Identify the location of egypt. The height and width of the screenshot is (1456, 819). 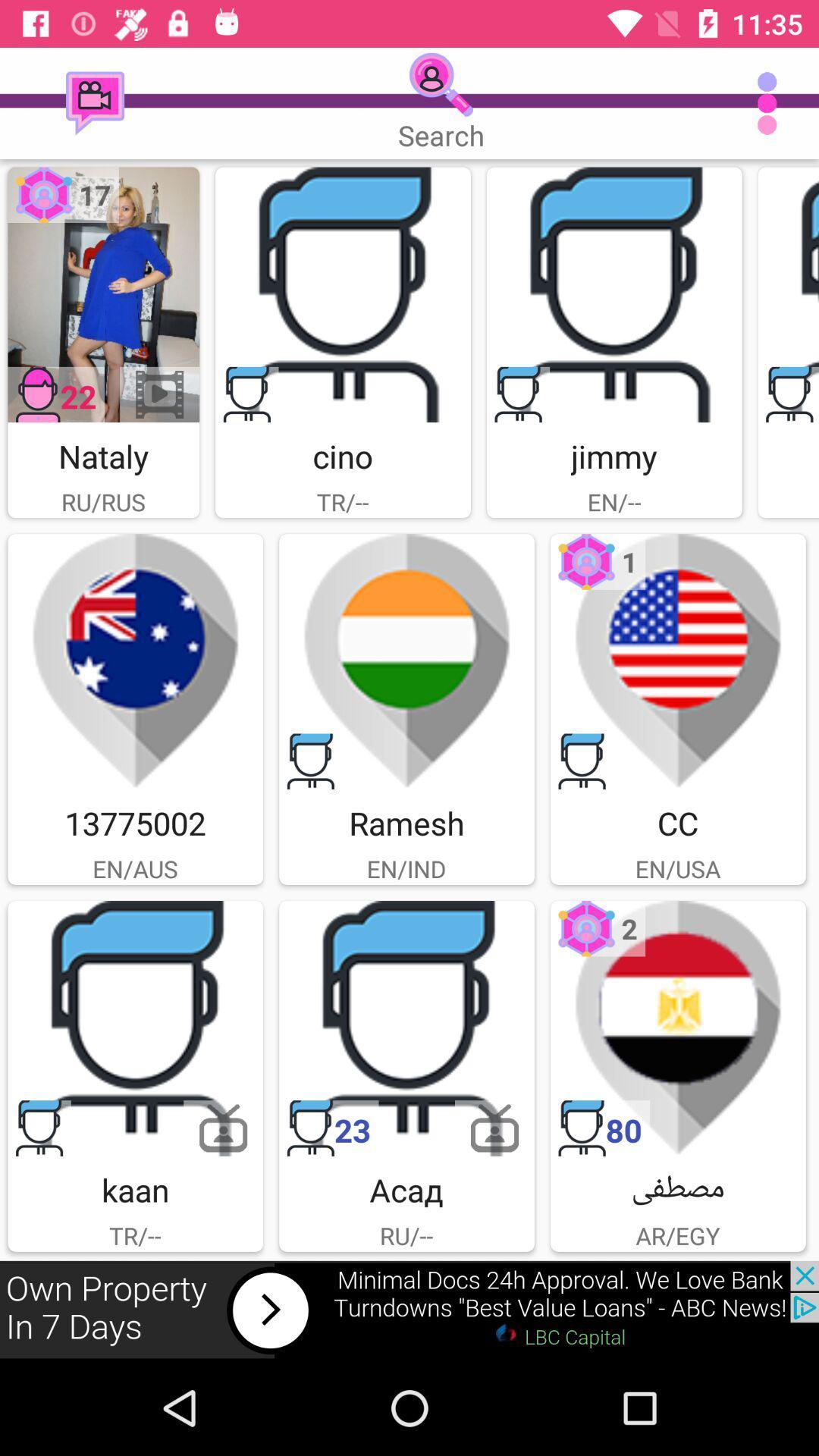
(677, 1028).